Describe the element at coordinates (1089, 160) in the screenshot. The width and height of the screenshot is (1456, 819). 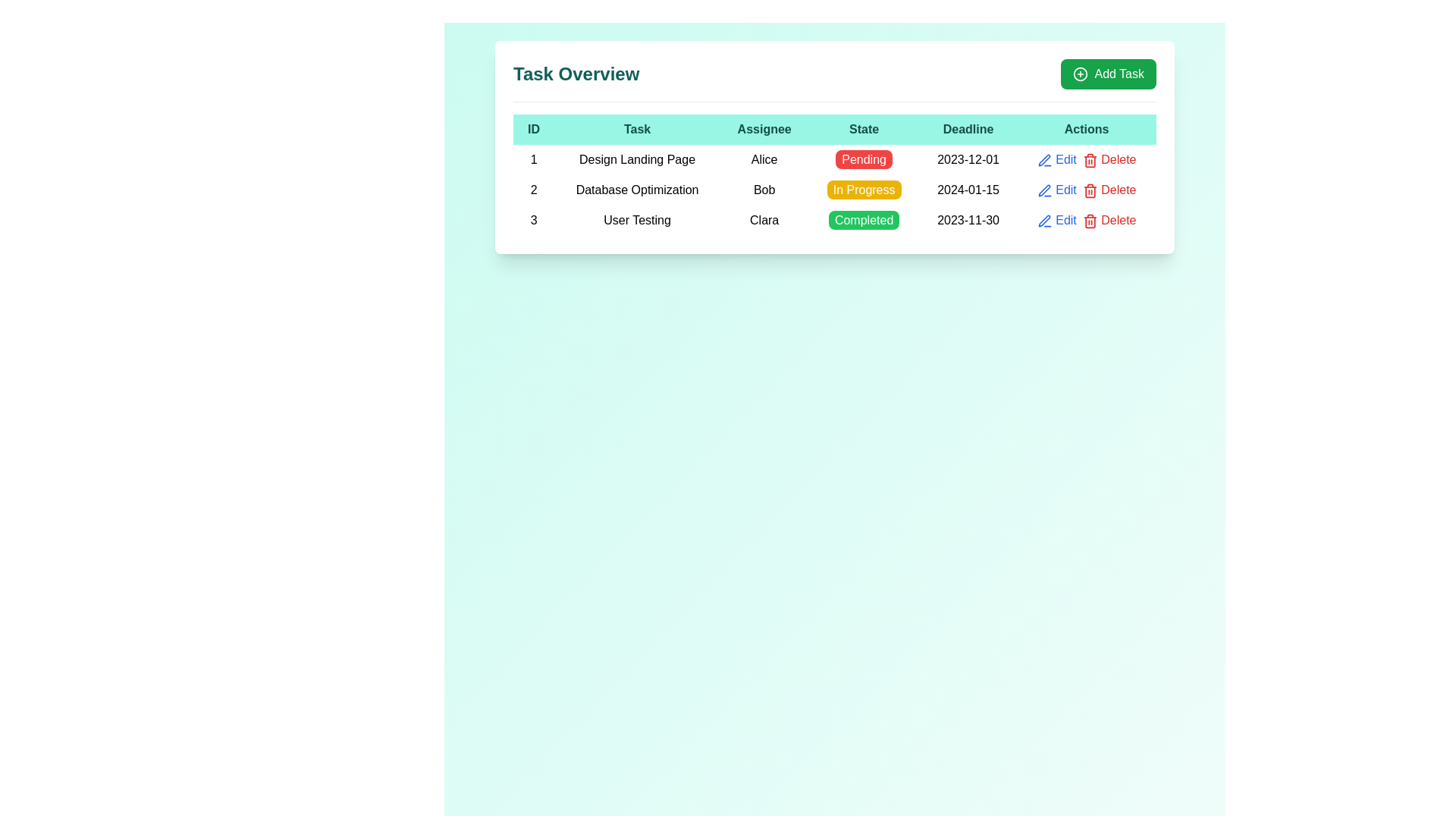
I see `the trash icon located in the first row under the 'Actions' column in the table to initiate the delete action` at that location.